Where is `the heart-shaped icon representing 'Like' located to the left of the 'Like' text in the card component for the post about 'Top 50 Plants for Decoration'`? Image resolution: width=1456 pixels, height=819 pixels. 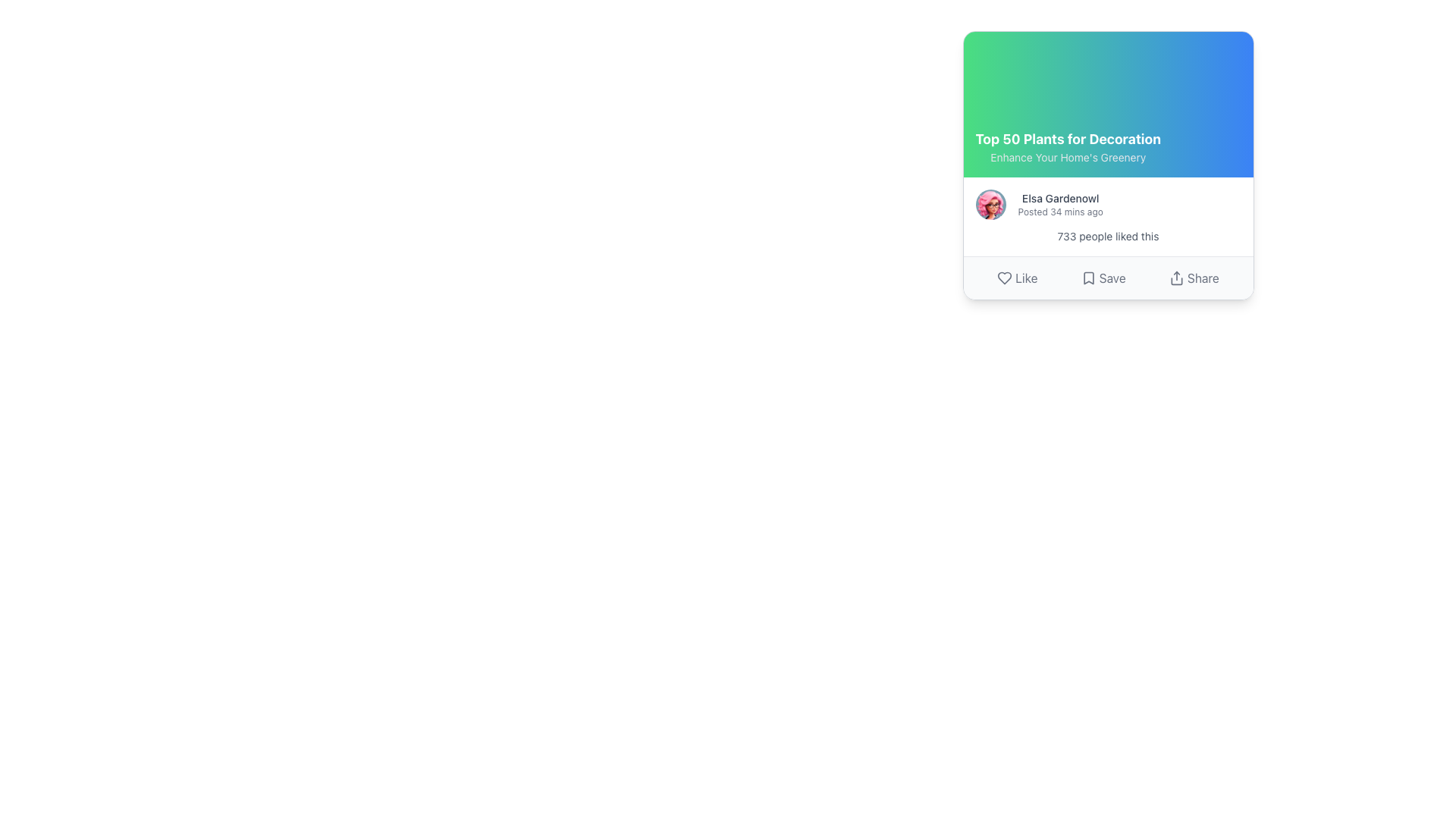 the heart-shaped icon representing 'Like' located to the left of the 'Like' text in the card component for the post about 'Top 50 Plants for Decoration' is located at coordinates (1005, 278).